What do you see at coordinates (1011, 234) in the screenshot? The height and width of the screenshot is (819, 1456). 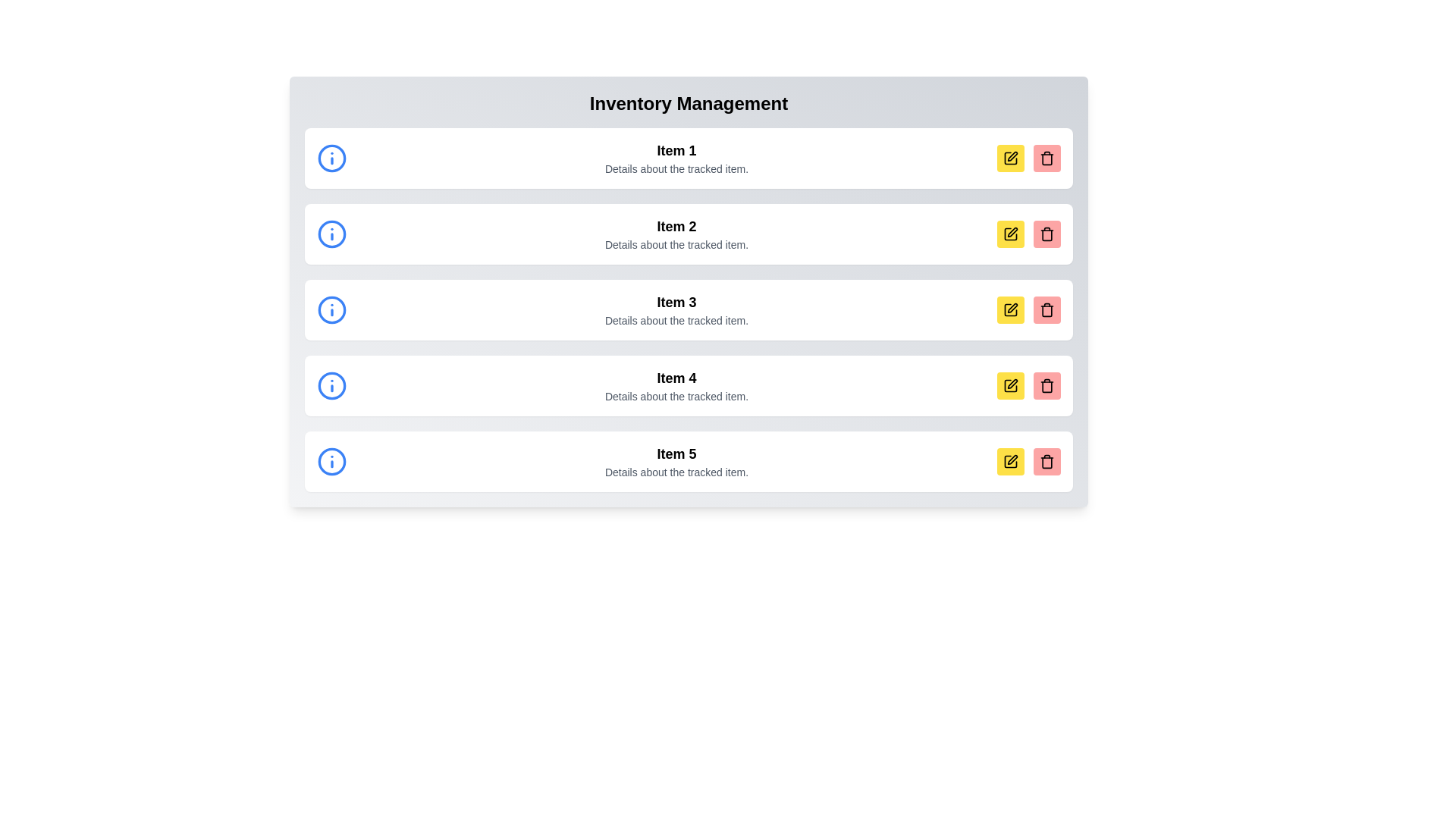 I see `the yellow edit button located at the far right of the list item` at bounding box center [1011, 234].